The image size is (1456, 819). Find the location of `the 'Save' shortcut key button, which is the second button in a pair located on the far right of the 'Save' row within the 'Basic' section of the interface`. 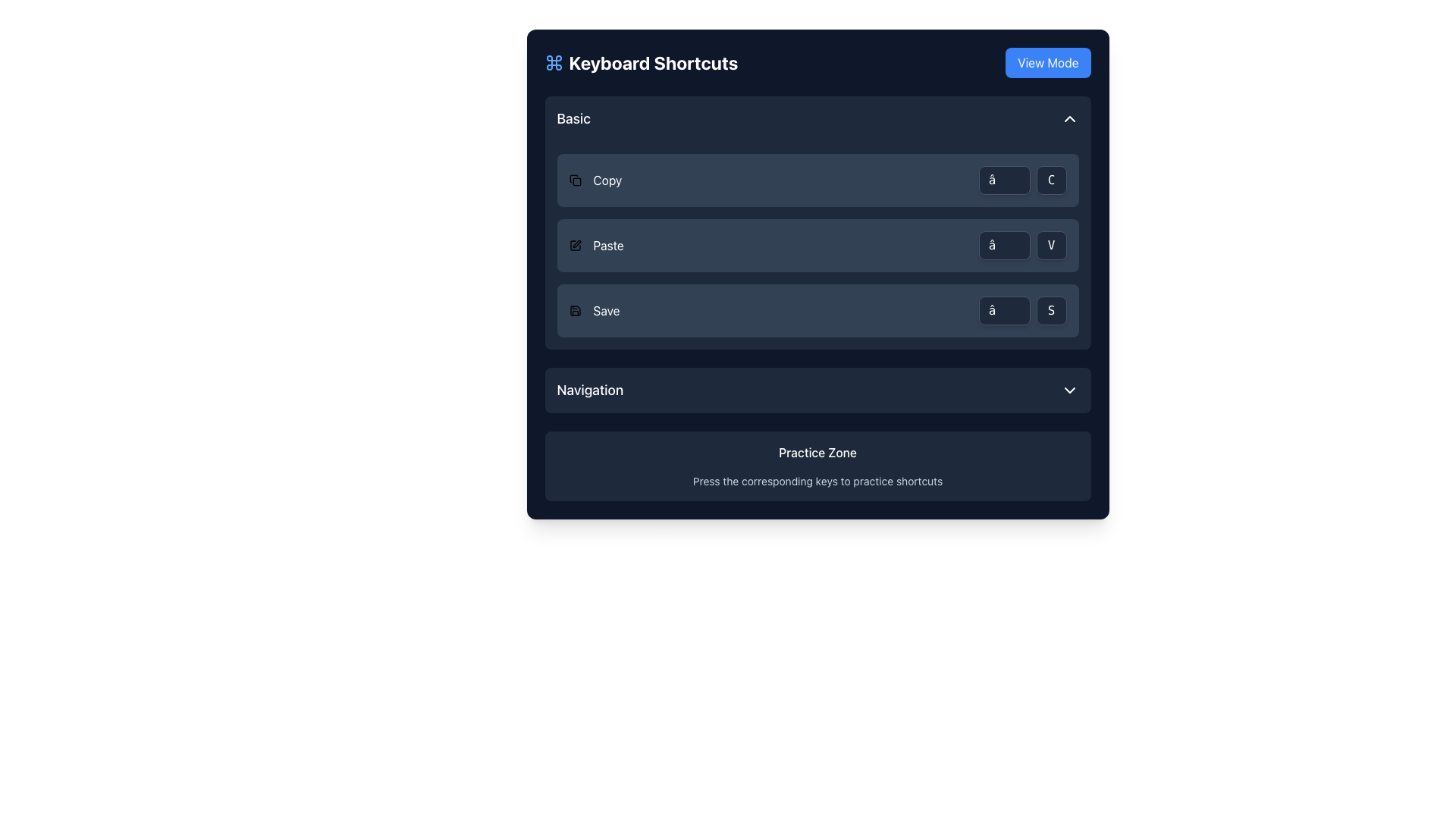

the 'Save' shortcut key button, which is the second button in a pair located on the far right of the 'Save' row within the 'Basic' section of the interface is located at coordinates (1050, 309).